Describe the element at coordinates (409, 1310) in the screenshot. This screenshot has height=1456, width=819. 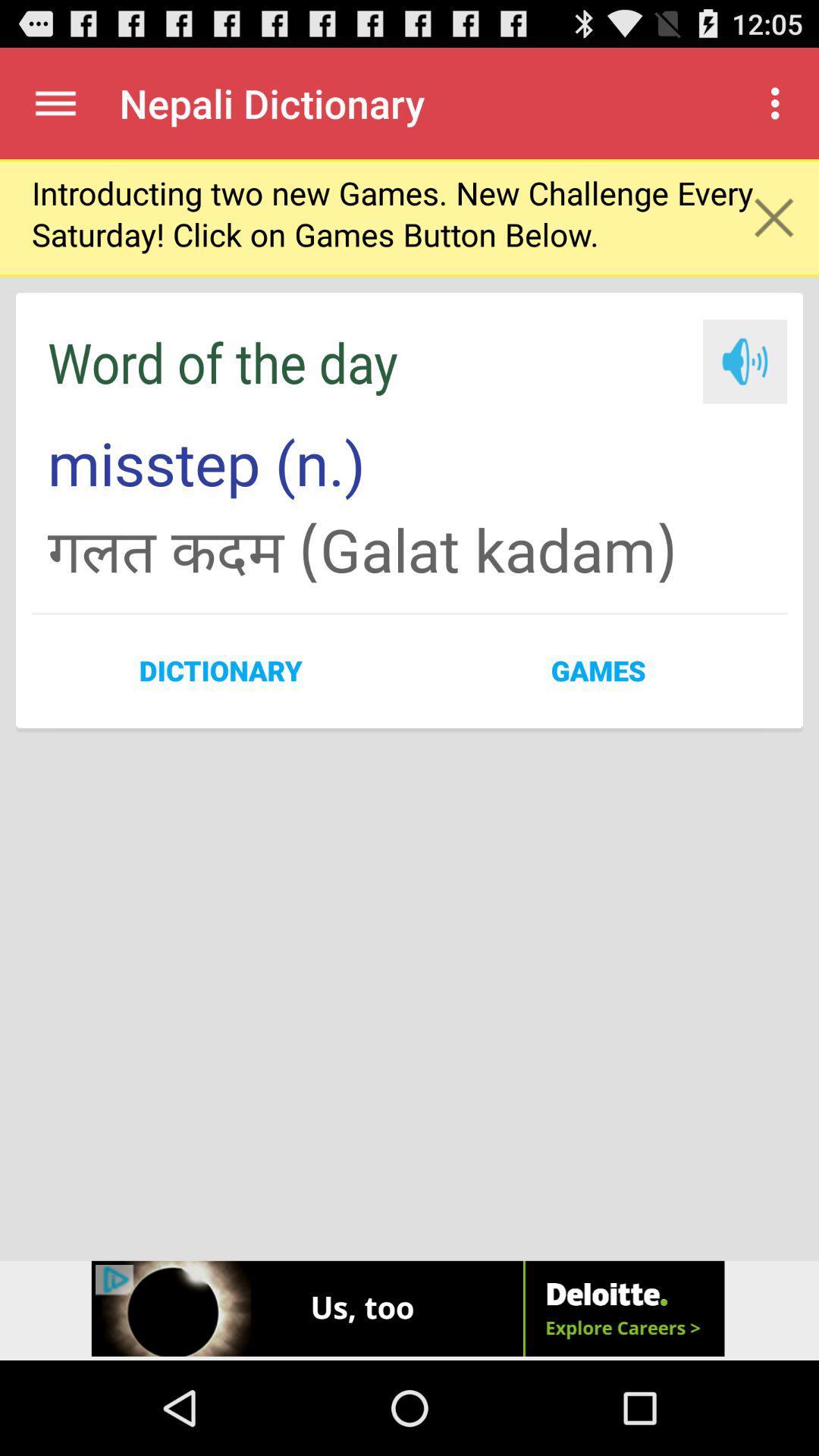
I see `icon at the bottom` at that location.